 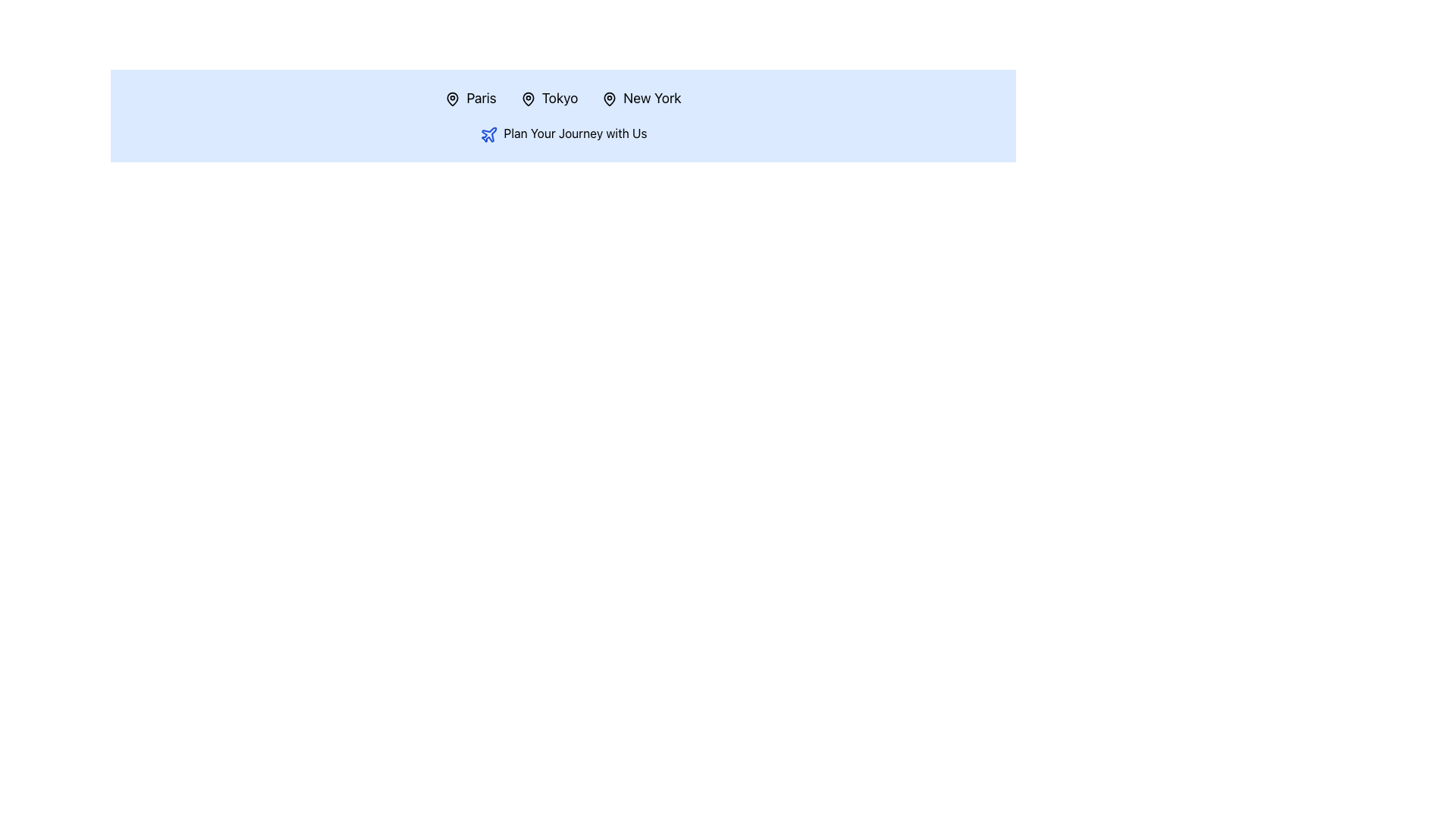 What do you see at coordinates (548, 99) in the screenshot?
I see `the 'Tokyo' text label` at bounding box center [548, 99].